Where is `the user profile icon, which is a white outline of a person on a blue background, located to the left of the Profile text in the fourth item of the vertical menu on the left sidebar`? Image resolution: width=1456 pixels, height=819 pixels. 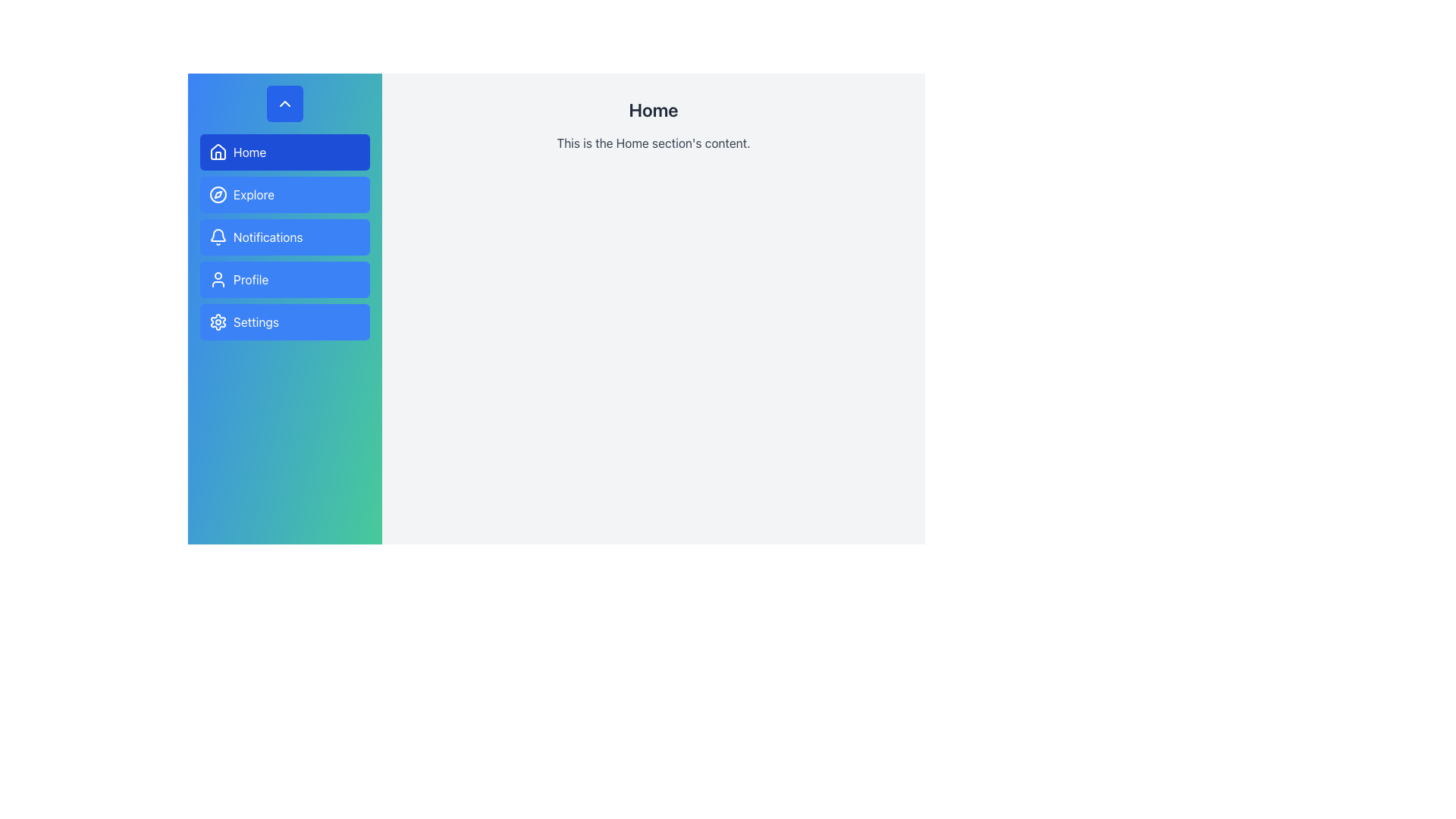 the user profile icon, which is a white outline of a person on a blue background, located to the left of the Profile text in the fourth item of the vertical menu on the left sidebar is located at coordinates (218, 280).